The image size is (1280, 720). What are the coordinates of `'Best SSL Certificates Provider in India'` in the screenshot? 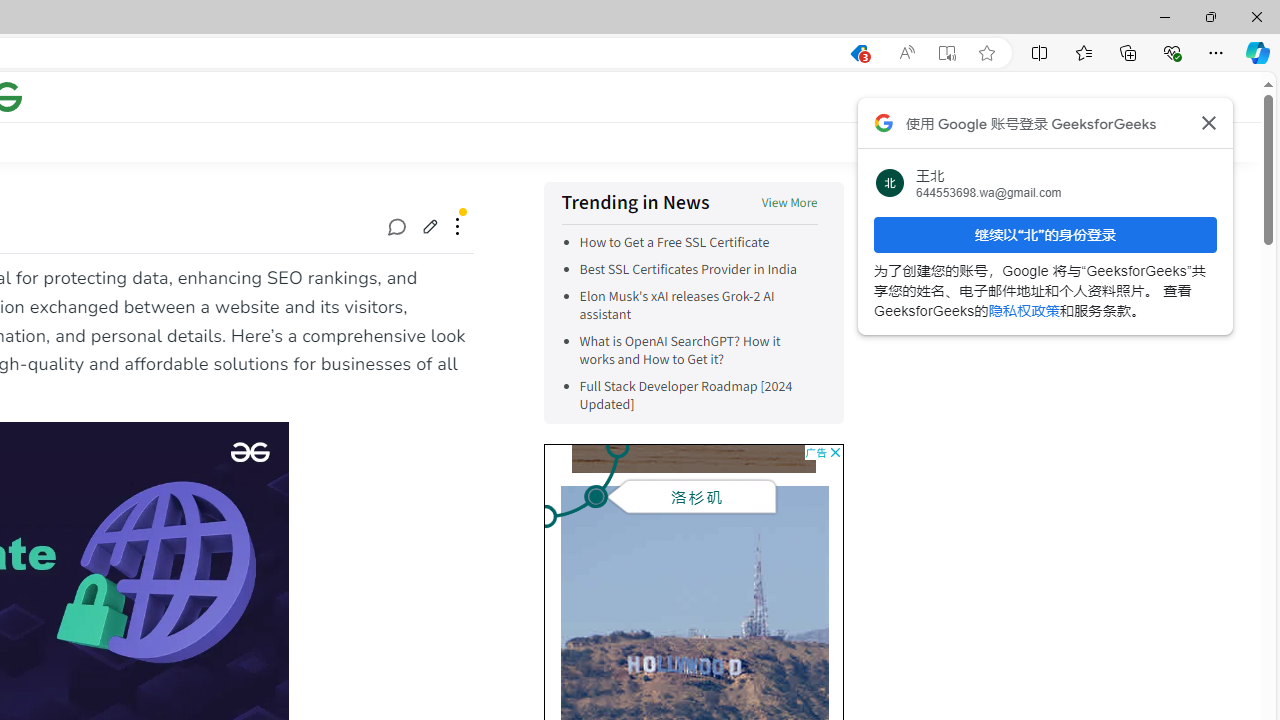 It's located at (698, 270).